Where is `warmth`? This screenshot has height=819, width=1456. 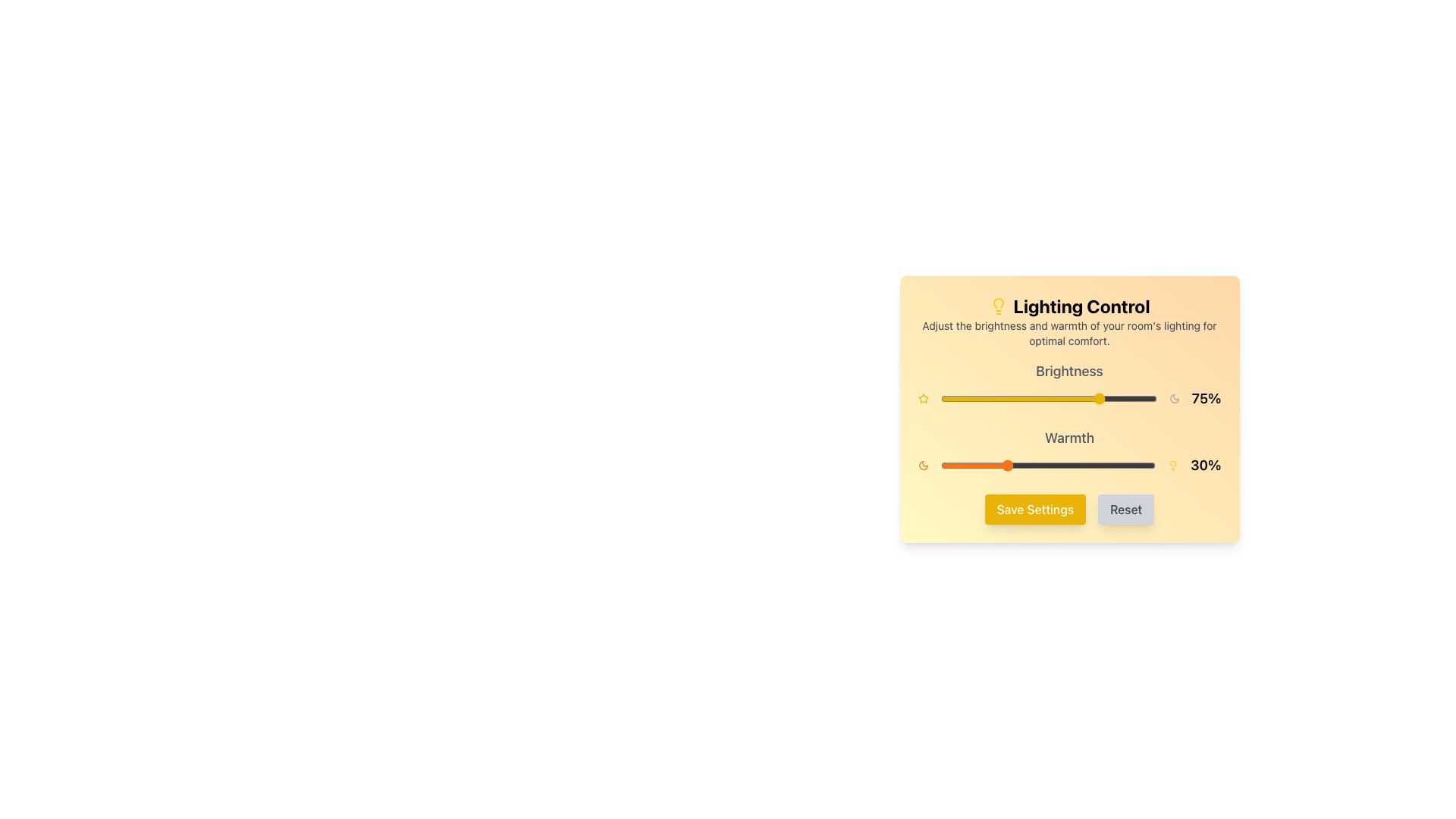
warmth is located at coordinates (1001, 464).